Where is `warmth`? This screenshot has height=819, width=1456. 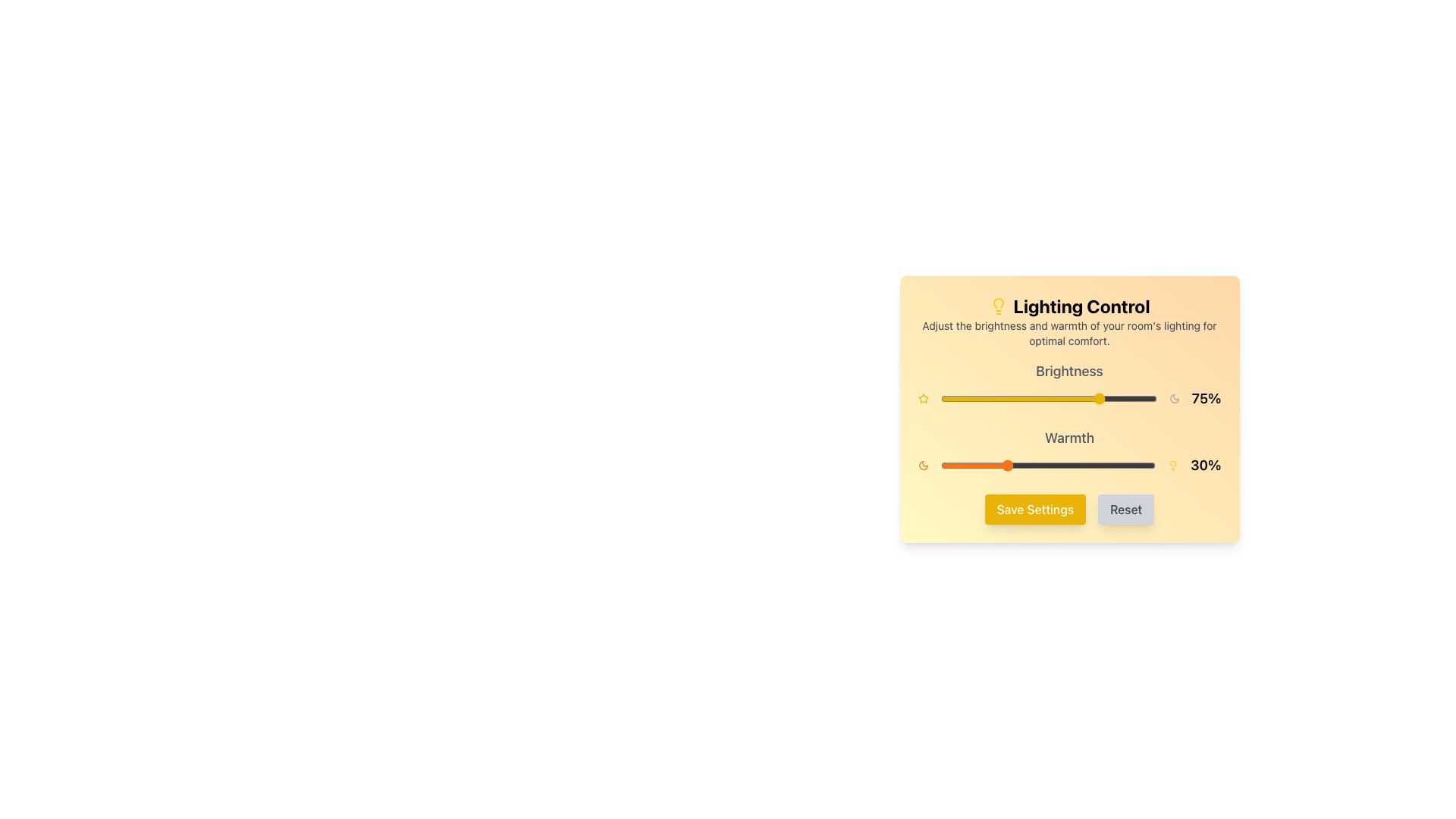
warmth is located at coordinates (1001, 464).